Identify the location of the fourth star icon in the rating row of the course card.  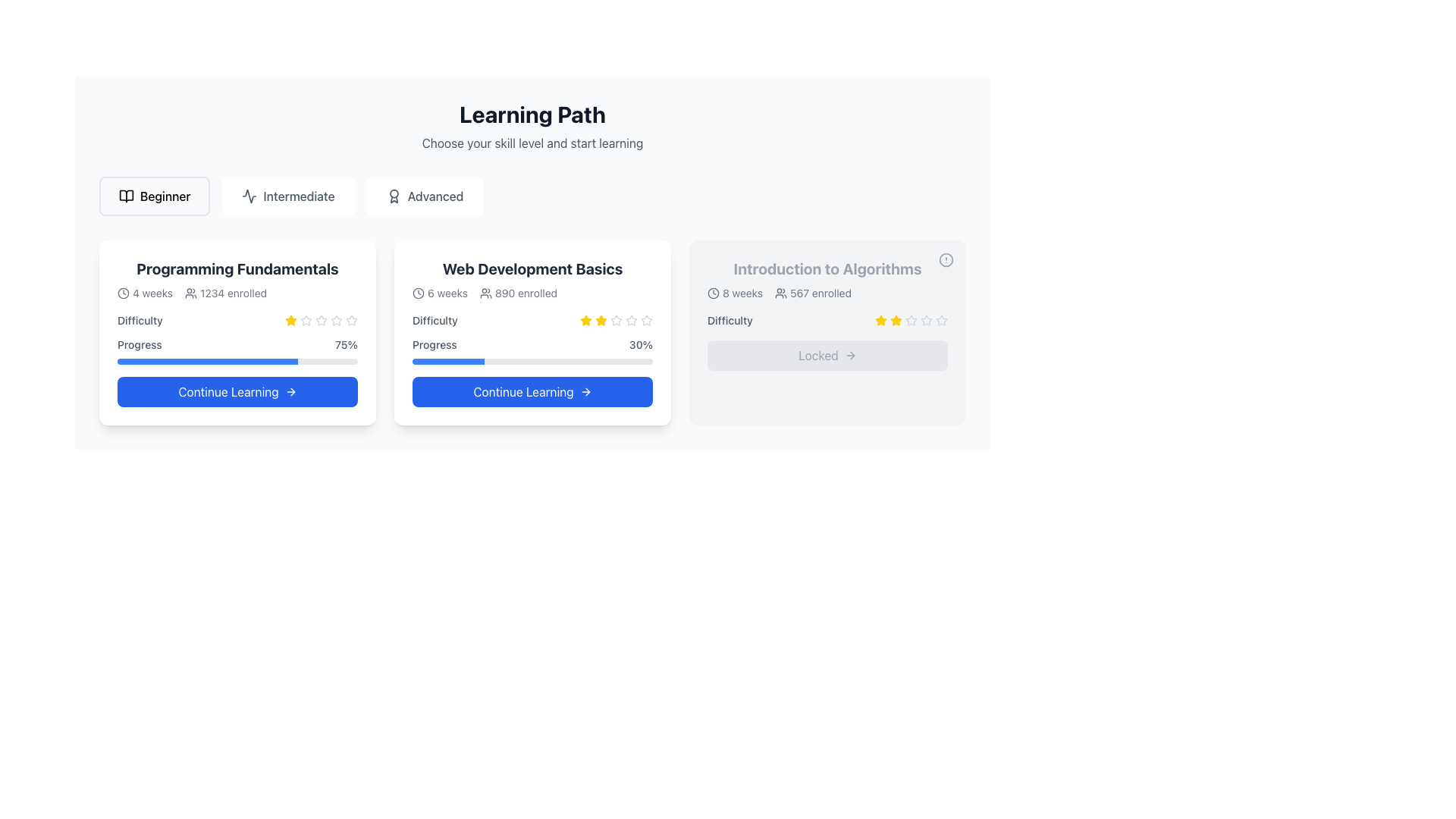
(320, 320).